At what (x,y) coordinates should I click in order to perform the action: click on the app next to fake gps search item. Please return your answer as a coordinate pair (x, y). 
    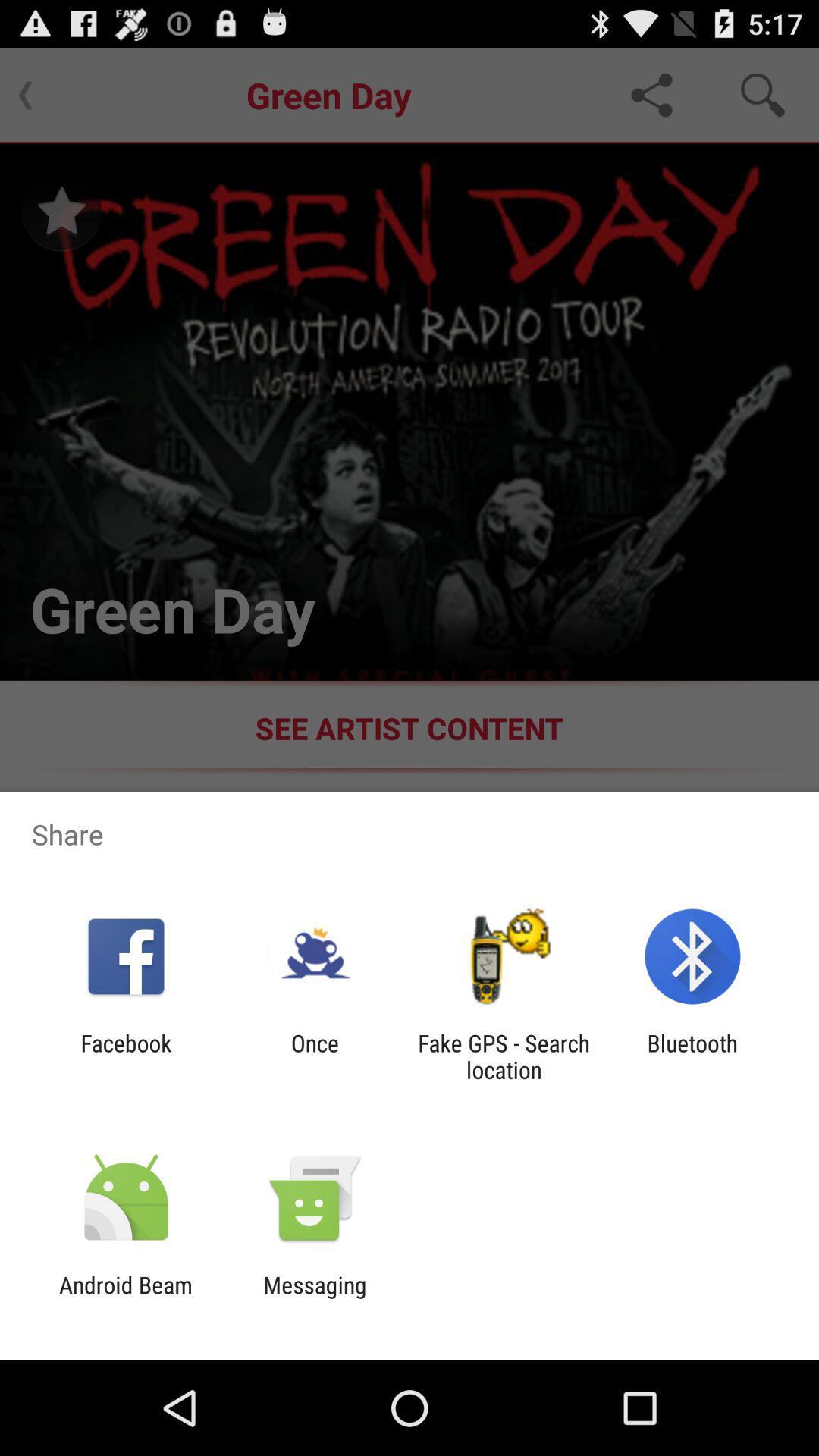
    Looking at the image, I should click on (692, 1056).